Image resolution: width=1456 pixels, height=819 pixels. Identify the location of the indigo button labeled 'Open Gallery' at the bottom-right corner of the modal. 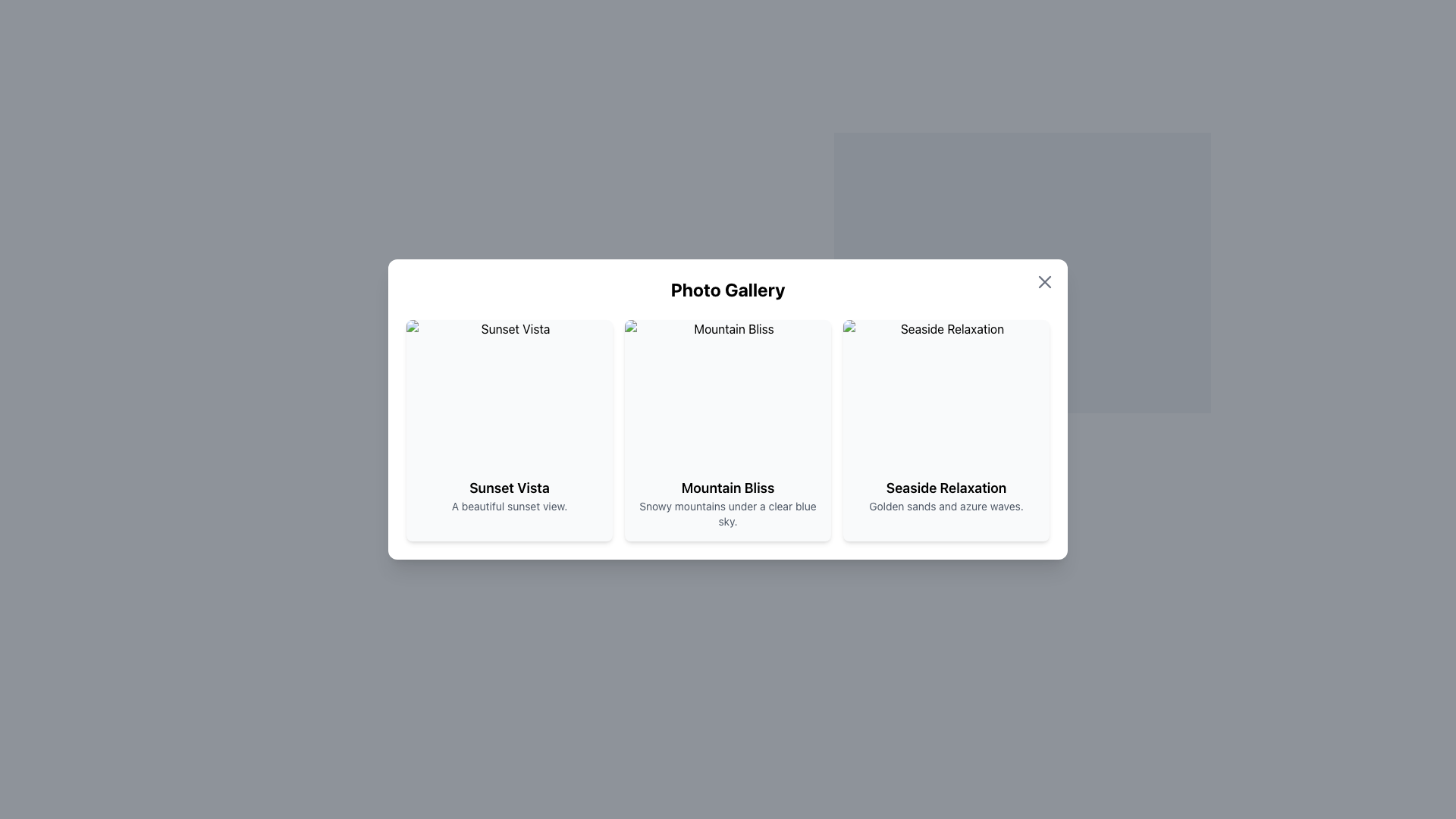
(1022, 541).